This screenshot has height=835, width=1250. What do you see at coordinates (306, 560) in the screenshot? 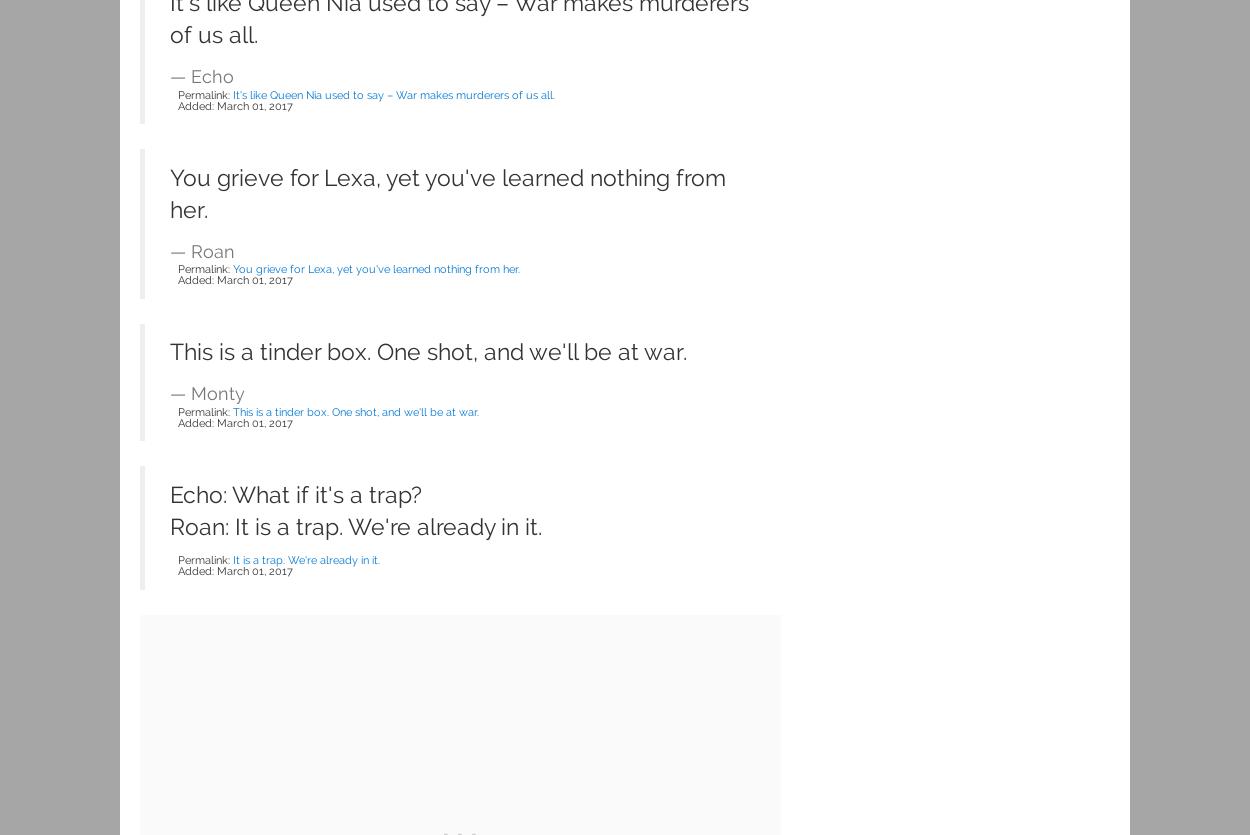
I see `'It is a trap. We're already in it.'` at bounding box center [306, 560].